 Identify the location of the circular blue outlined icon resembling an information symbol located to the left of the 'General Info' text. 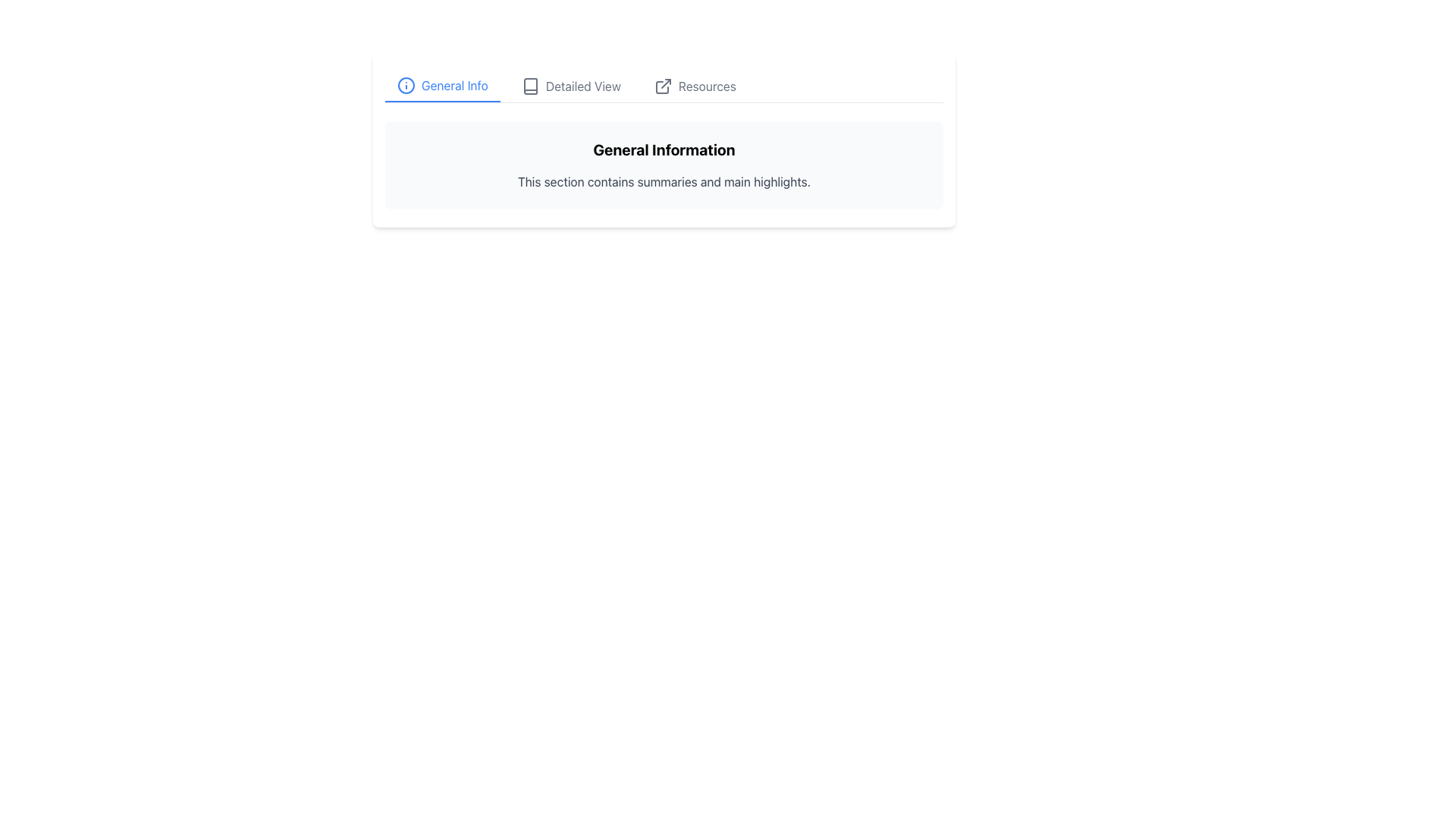
(406, 85).